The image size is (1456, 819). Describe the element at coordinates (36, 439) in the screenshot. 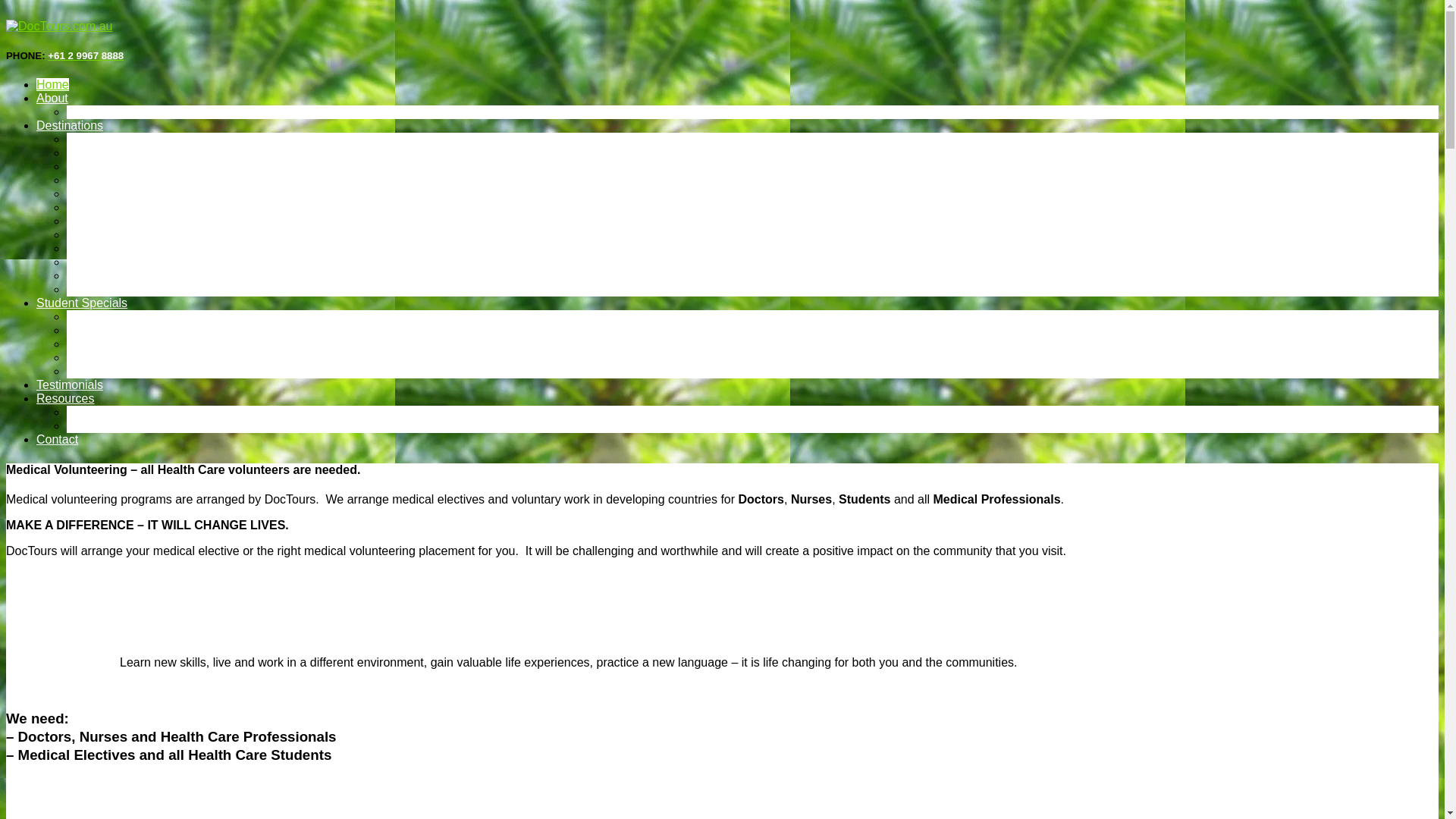

I see `'Contact'` at that location.